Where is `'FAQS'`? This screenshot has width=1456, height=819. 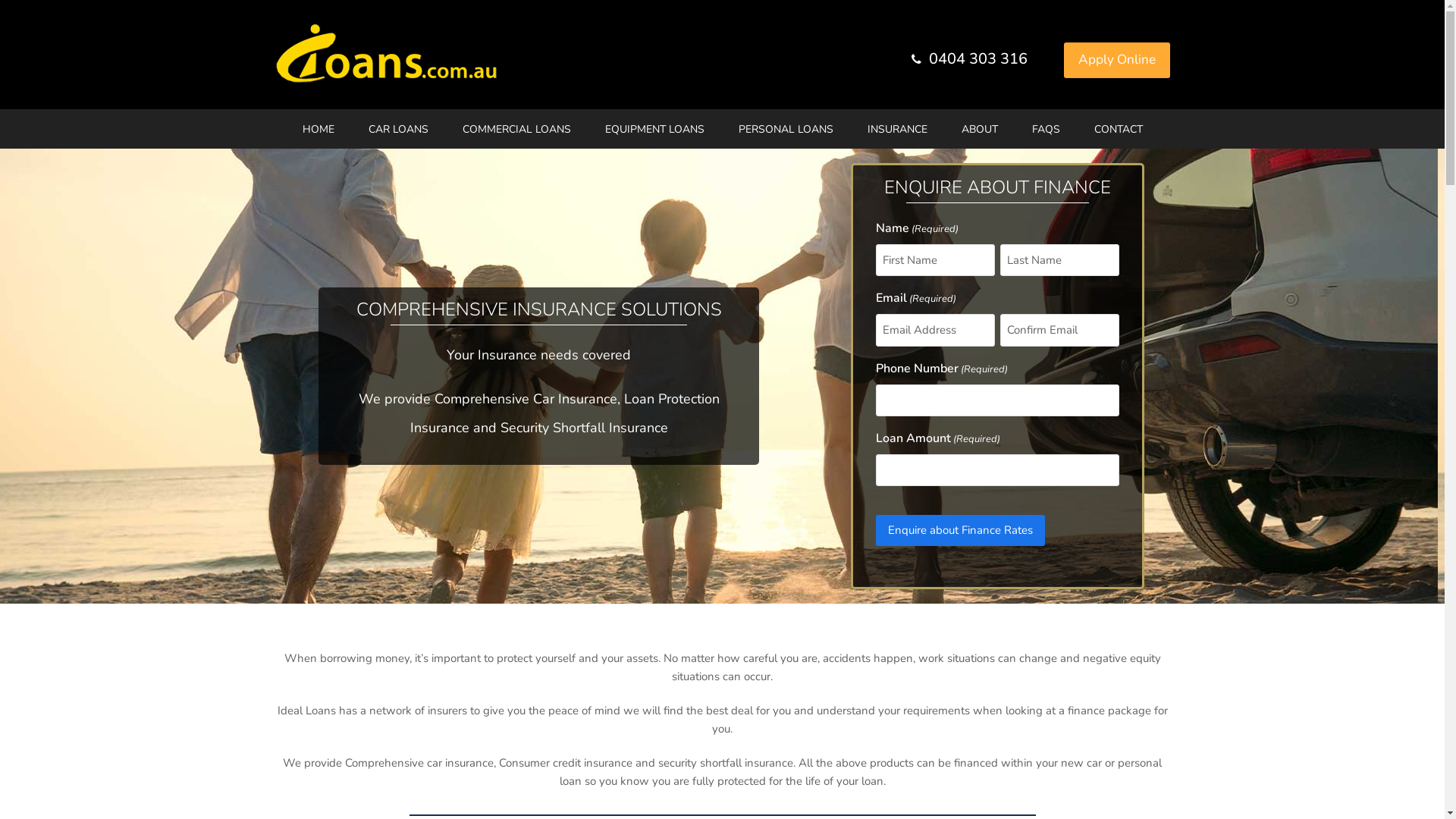 'FAQS' is located at coordinates (1044, 127).